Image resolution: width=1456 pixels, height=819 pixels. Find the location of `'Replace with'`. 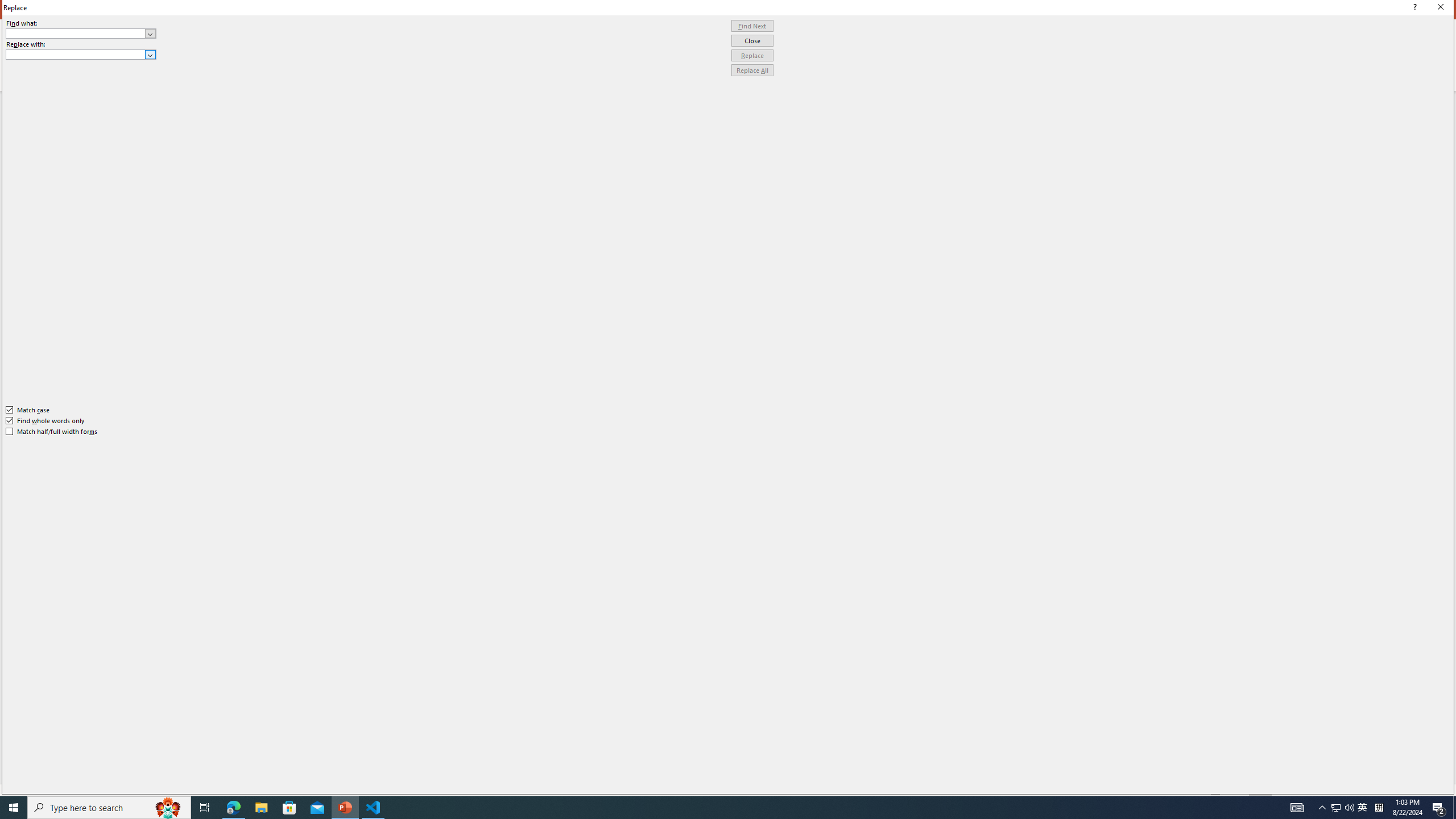

'Replace with' is located at coordinates (76, 54).